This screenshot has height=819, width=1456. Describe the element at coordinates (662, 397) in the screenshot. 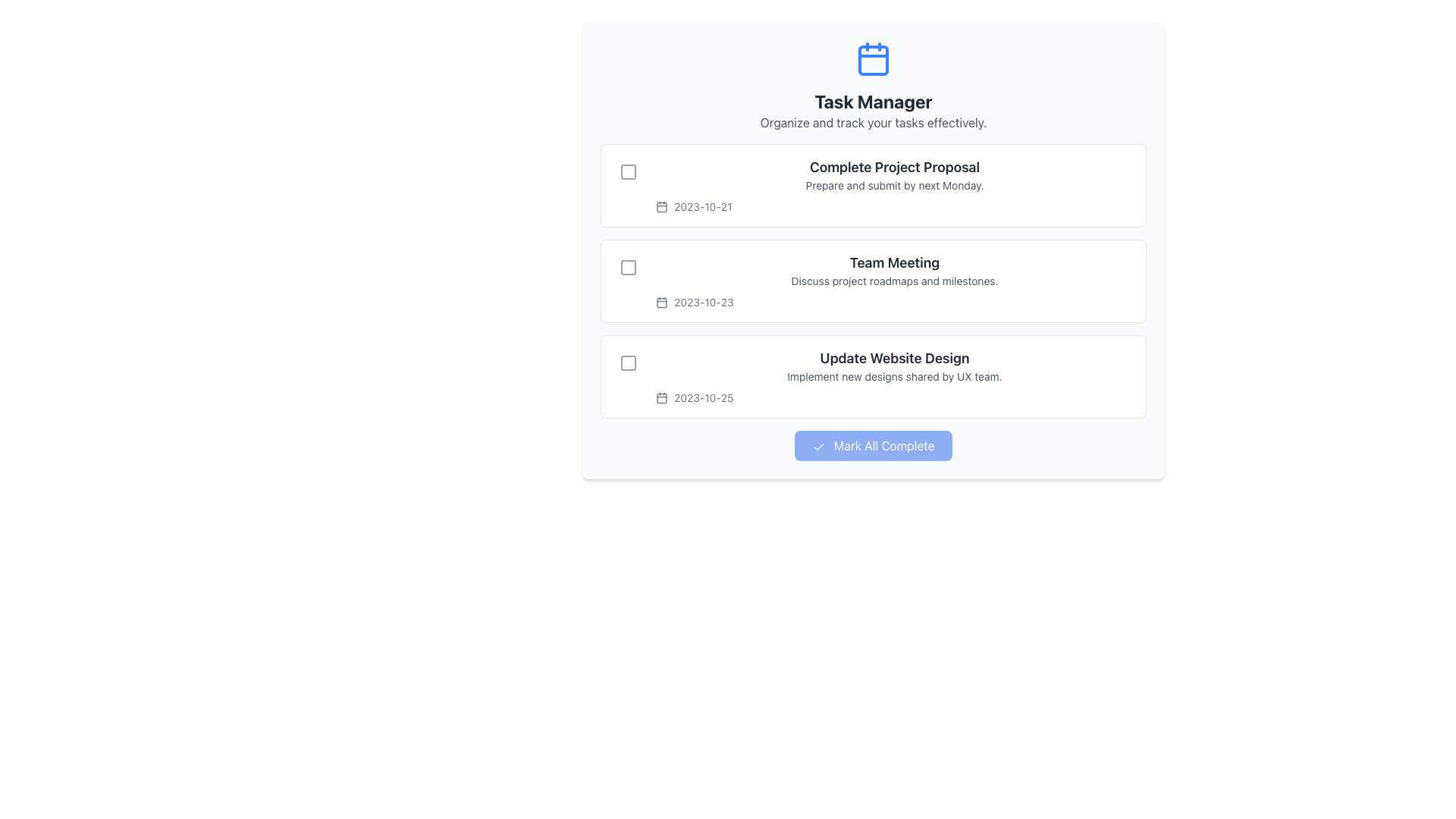

I see `the Calendar icon located to the left of the text '2023-10-25', part of the date-labeling interface near the bottom of the task list, corresponding to 'Update Website Design'` at that location.